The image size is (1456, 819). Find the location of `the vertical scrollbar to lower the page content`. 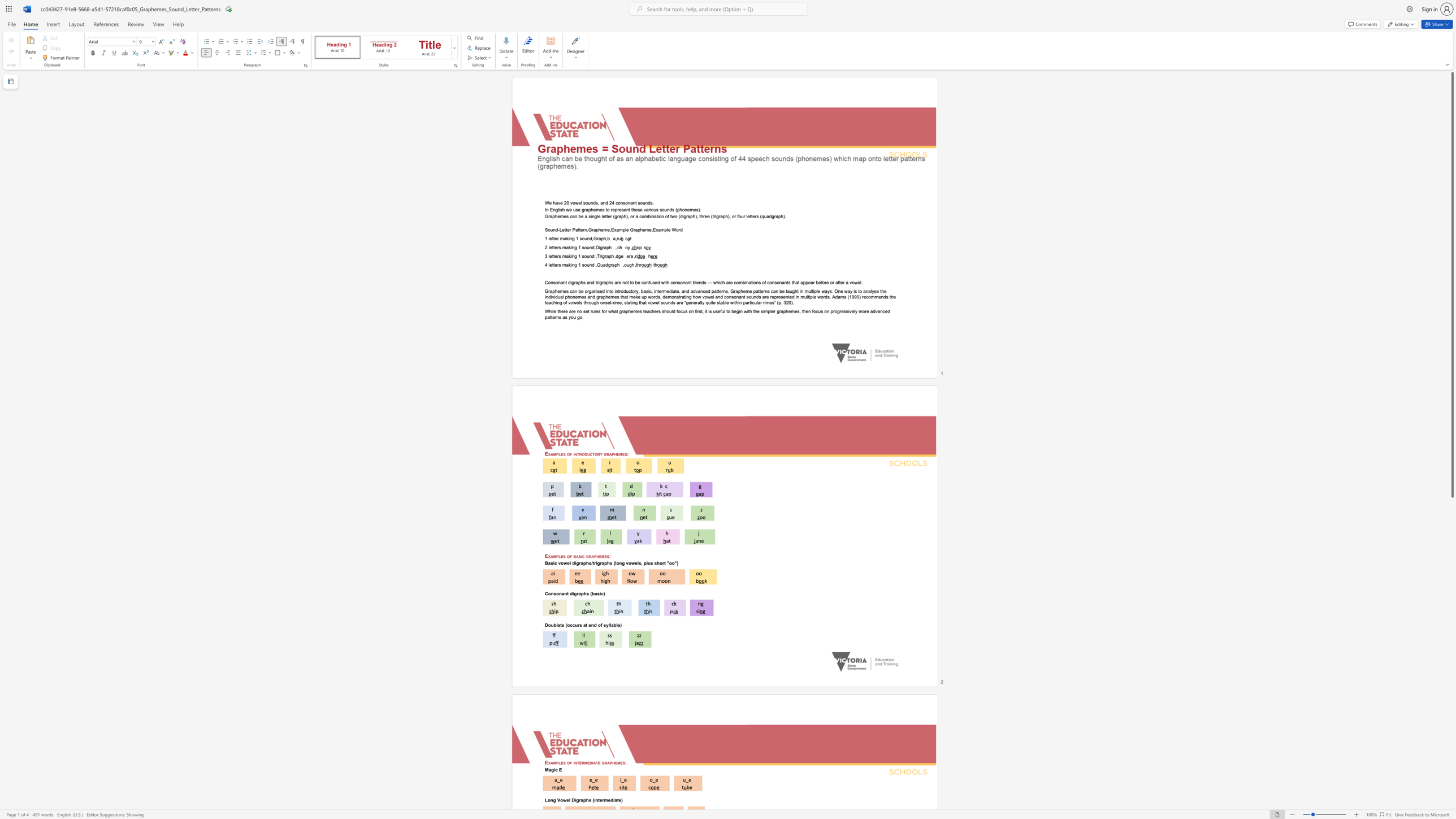

the vertical scrollbar to lower the page content is located at coordinates (1451, 708).